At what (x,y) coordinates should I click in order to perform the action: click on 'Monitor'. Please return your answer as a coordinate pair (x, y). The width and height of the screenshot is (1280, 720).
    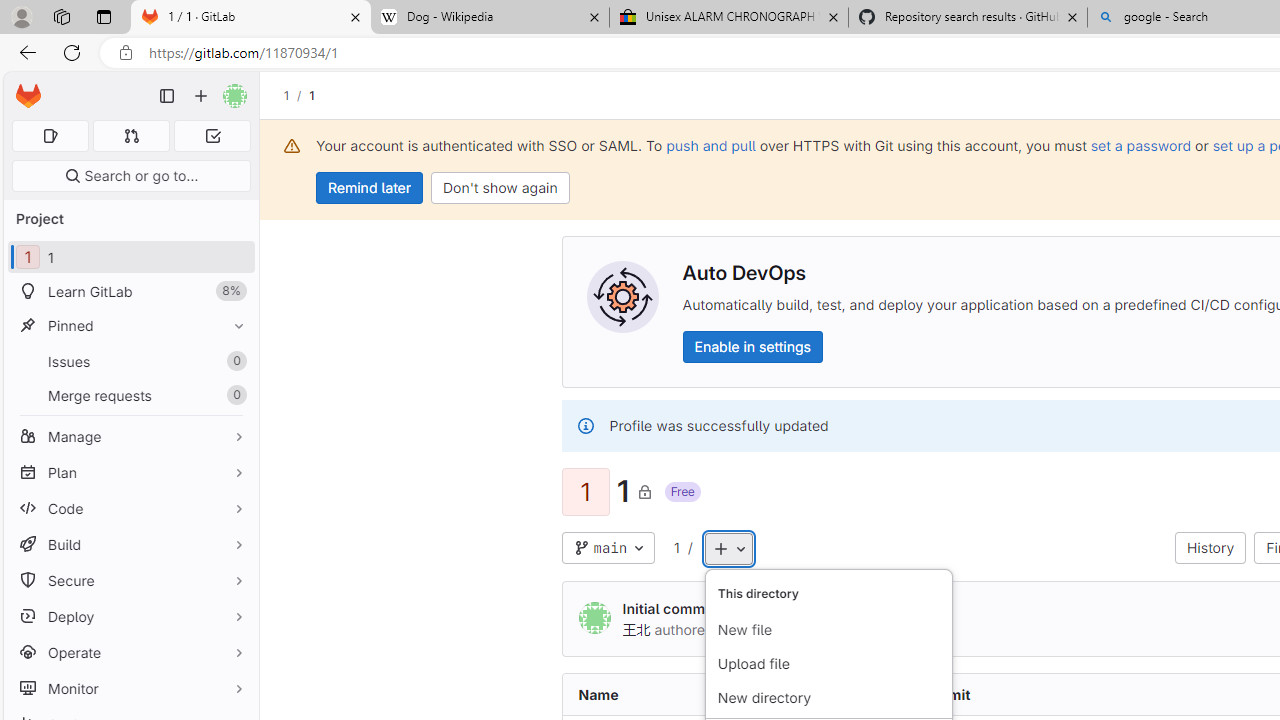
    Looking at the image, I should click on (130, 687).